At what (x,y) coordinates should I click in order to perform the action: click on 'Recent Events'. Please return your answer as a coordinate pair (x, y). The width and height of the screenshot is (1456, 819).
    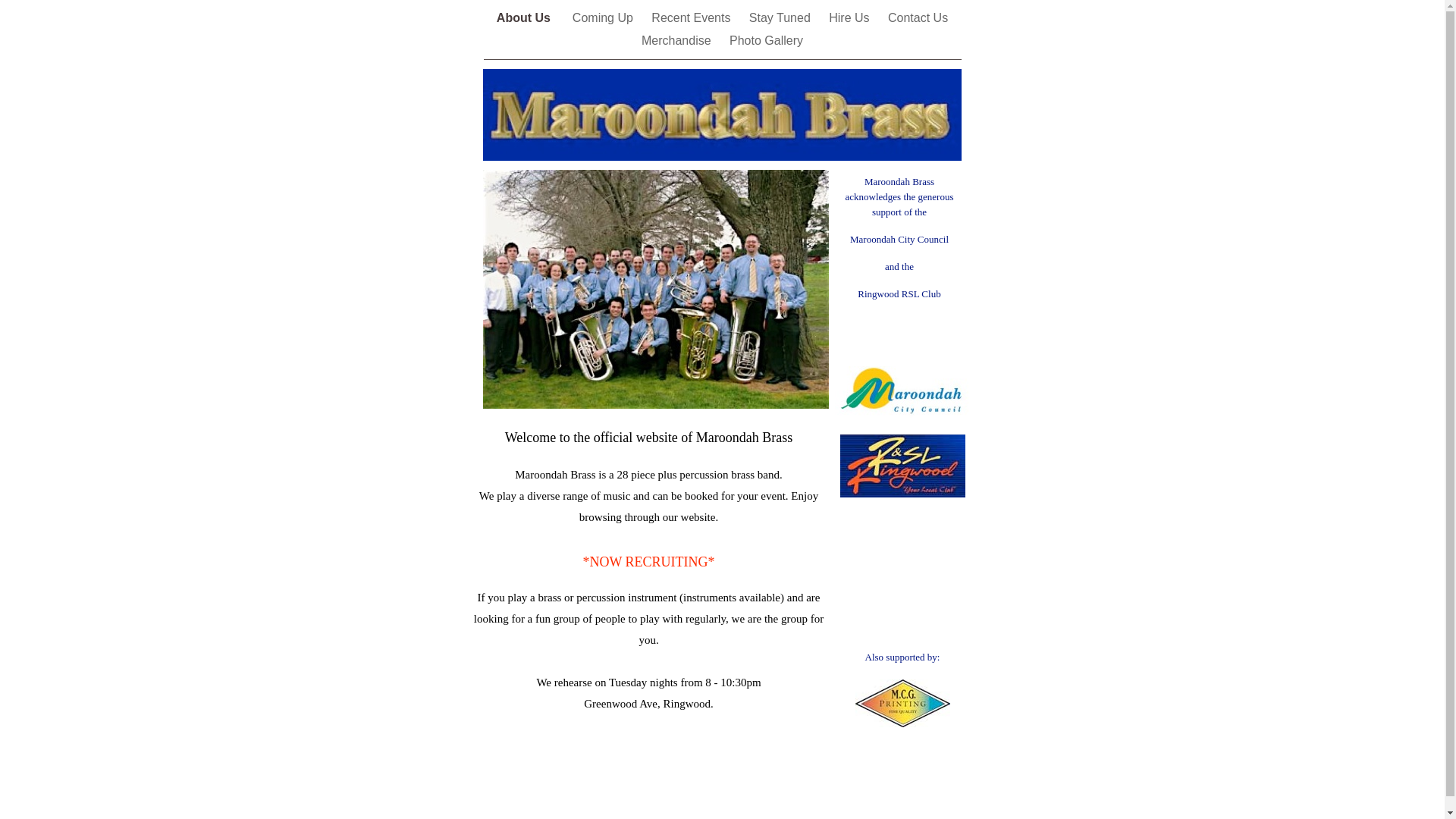
    Looking at the image, I should click on (692, 17).